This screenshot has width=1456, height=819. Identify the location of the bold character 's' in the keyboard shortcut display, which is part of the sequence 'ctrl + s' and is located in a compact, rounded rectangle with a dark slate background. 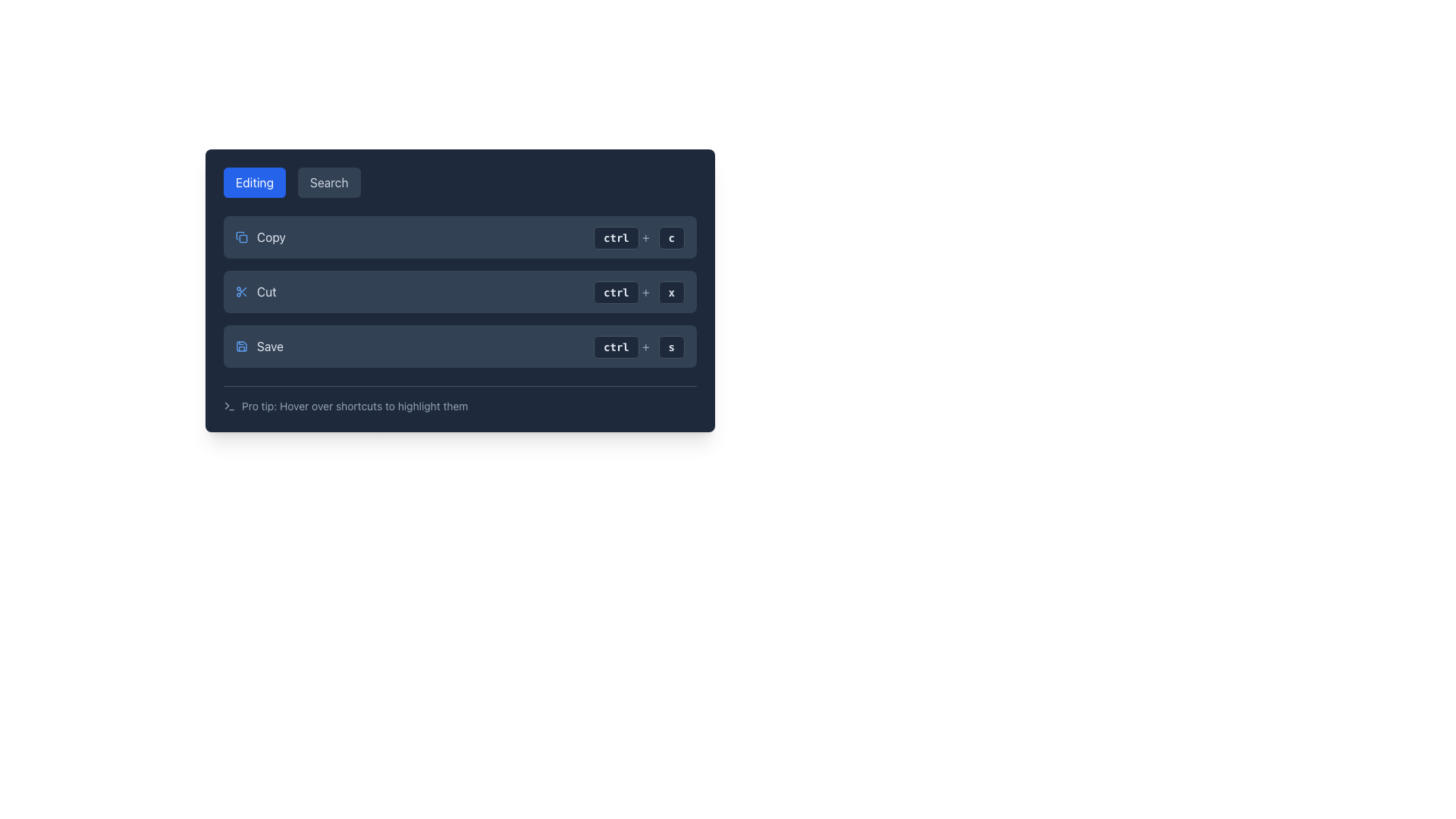
(670, 346).